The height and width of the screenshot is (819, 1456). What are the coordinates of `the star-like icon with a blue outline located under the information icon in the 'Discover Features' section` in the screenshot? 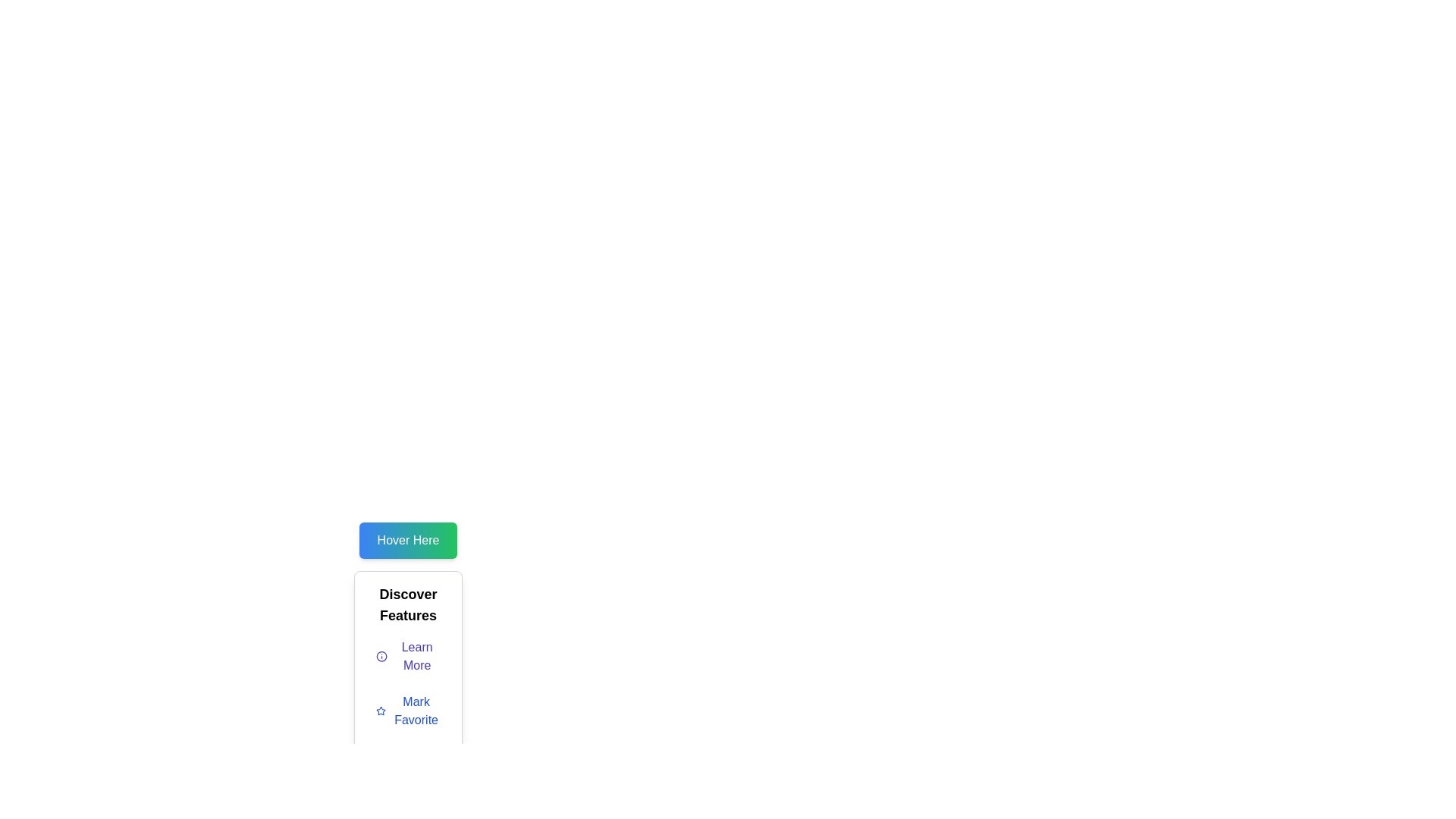 It's located at (381, 711).